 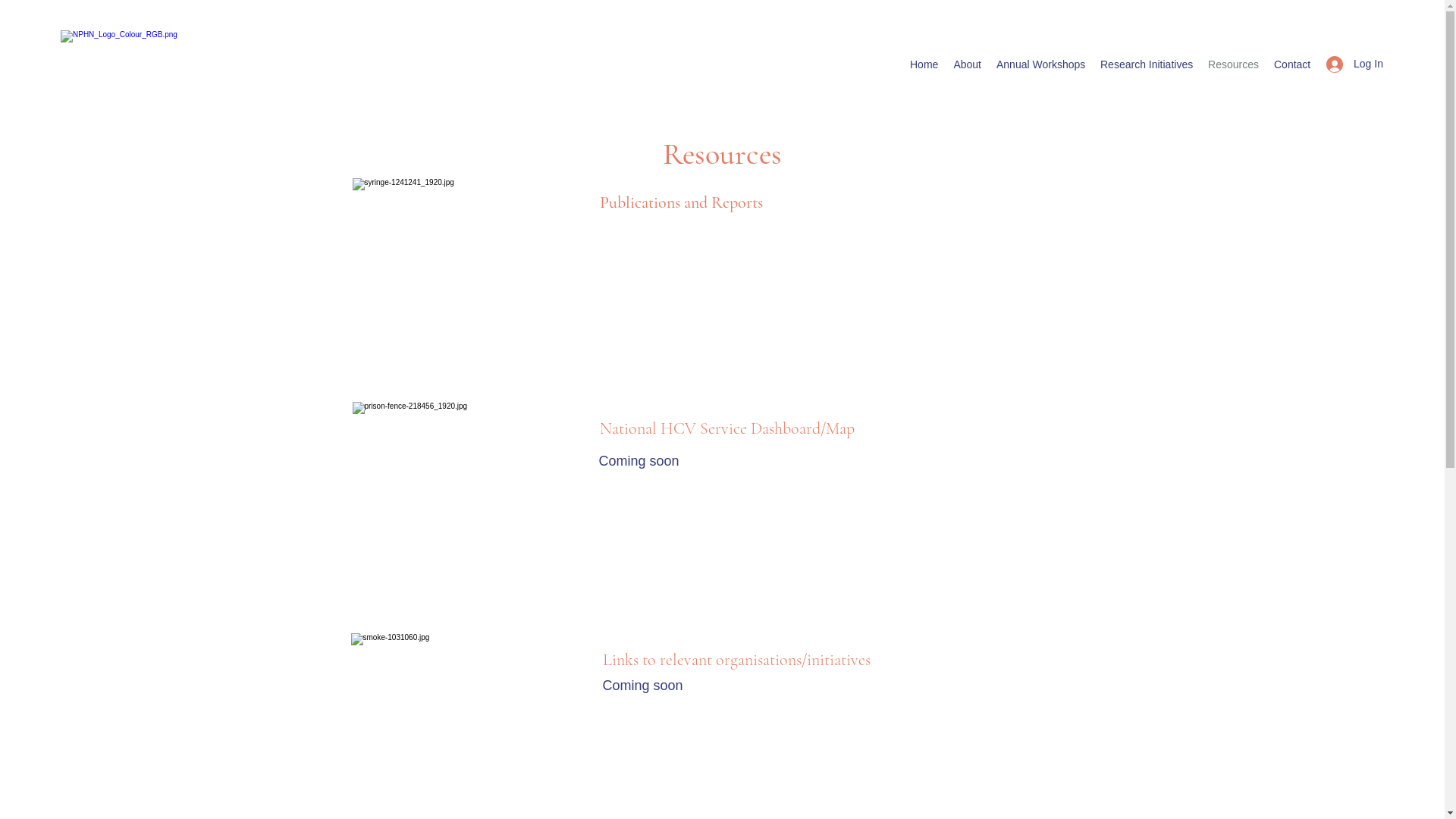 I want to click on 'Contact', so click(x=1291, y=63).